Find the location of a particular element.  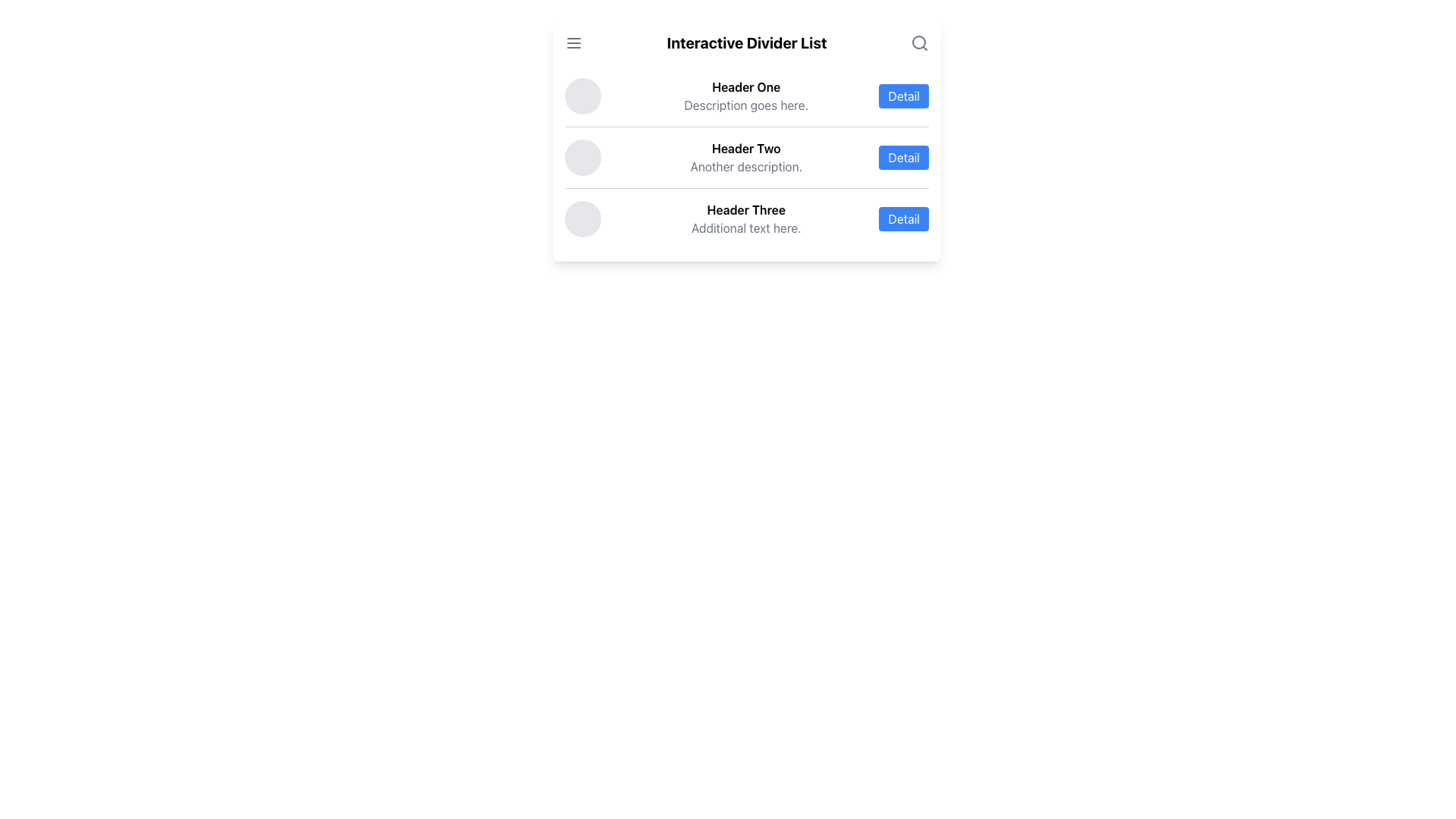

the button located on the right side of the 'Header Two' section is located at coordinates (904, 158).